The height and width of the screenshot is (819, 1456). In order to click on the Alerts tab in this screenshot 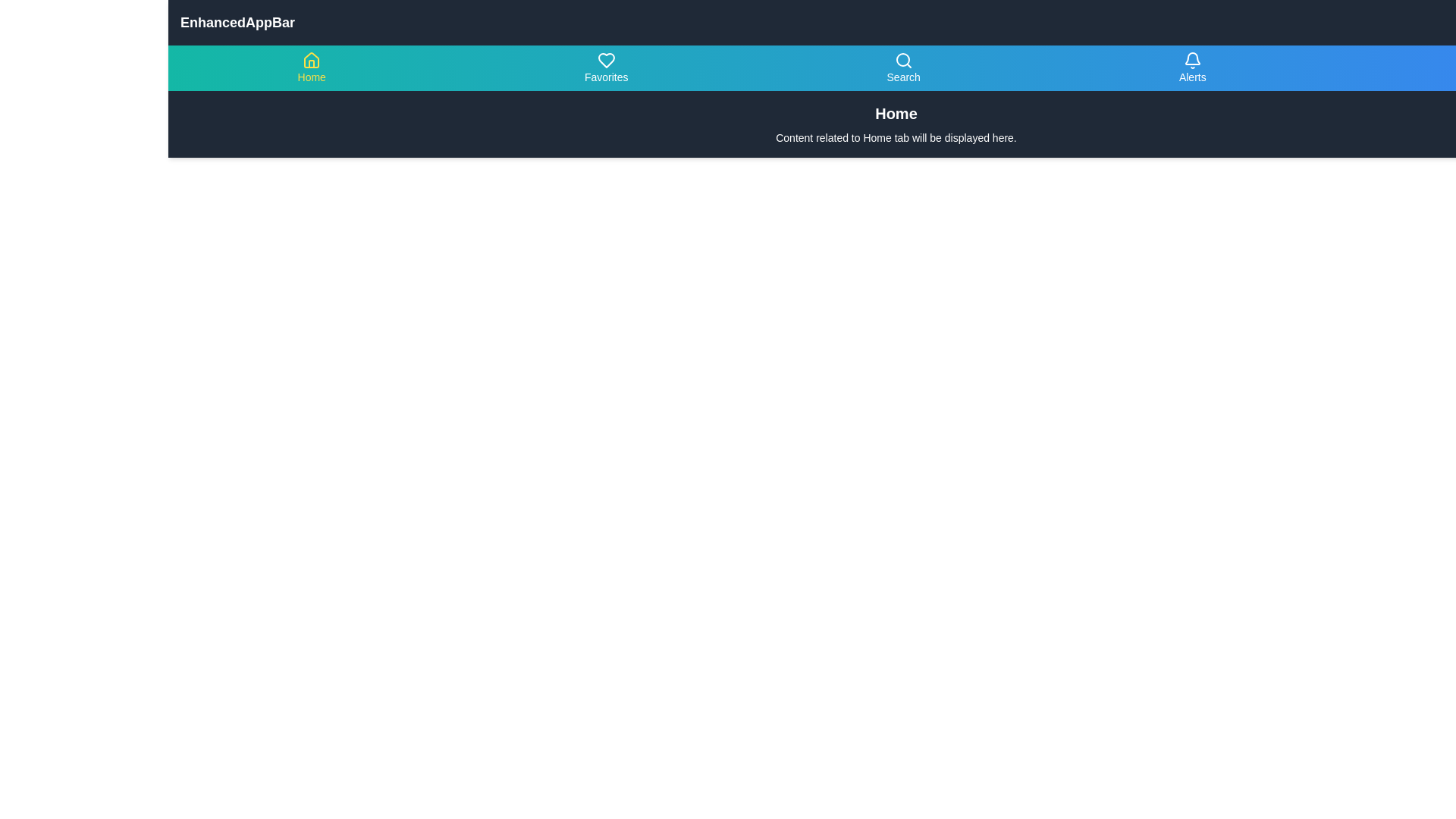, I will do `click(1192, 67)`.